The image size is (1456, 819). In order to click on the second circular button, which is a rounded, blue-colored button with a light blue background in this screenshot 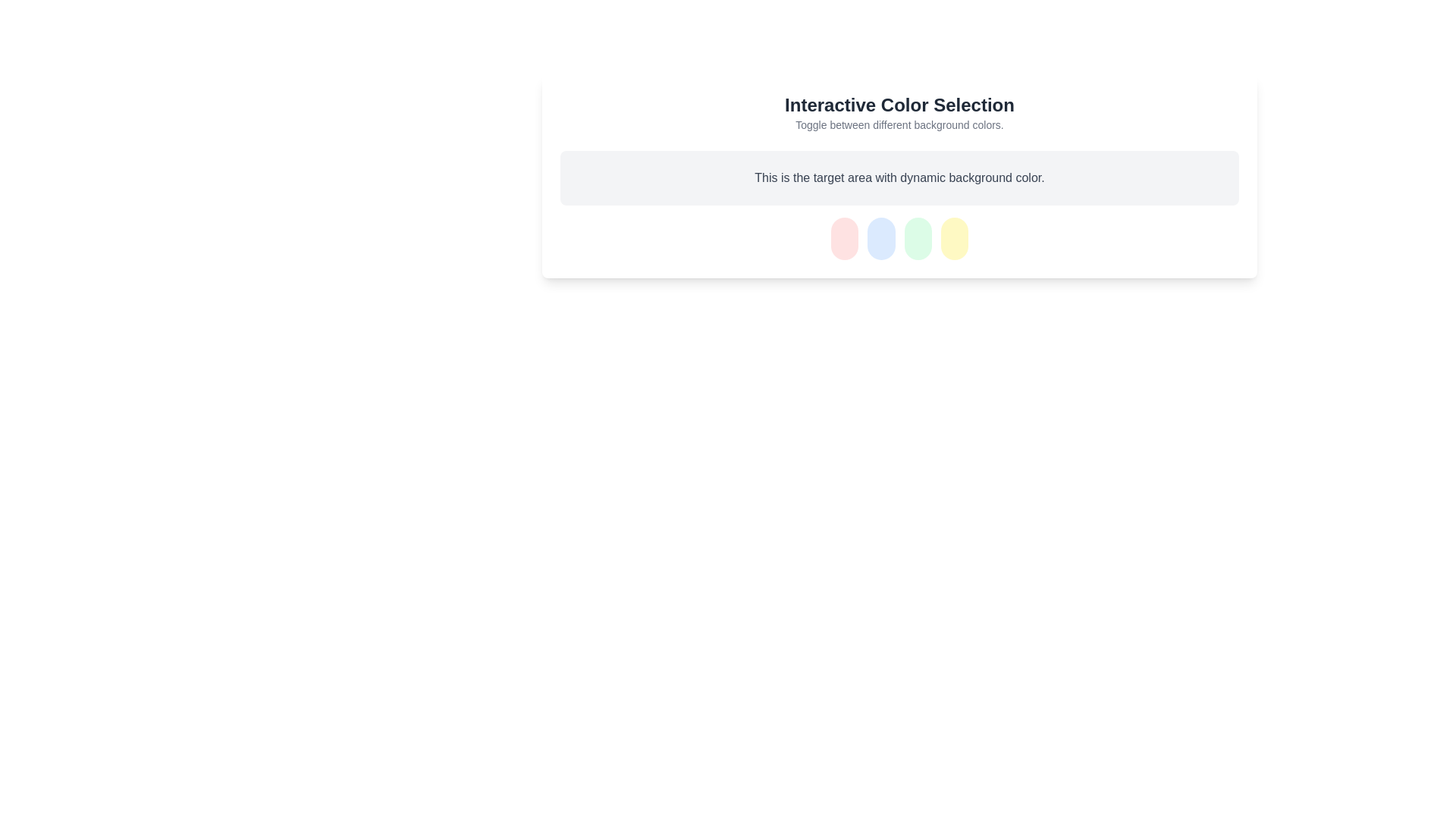, I will do `click(881, 239)`.